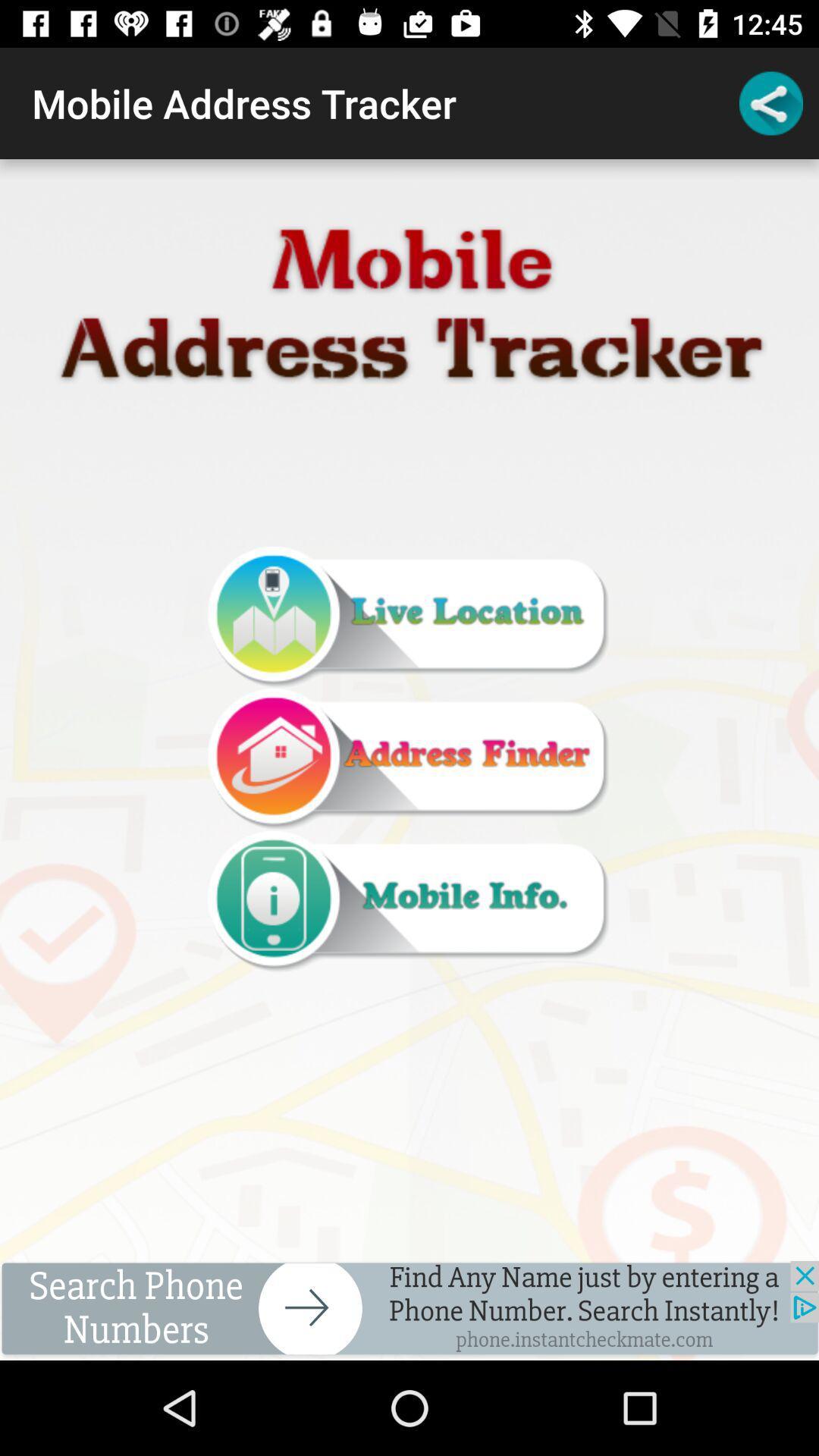 This screenshot has width=819, height=1456. I want to click on sraech phone number option, so click(409, 1310).